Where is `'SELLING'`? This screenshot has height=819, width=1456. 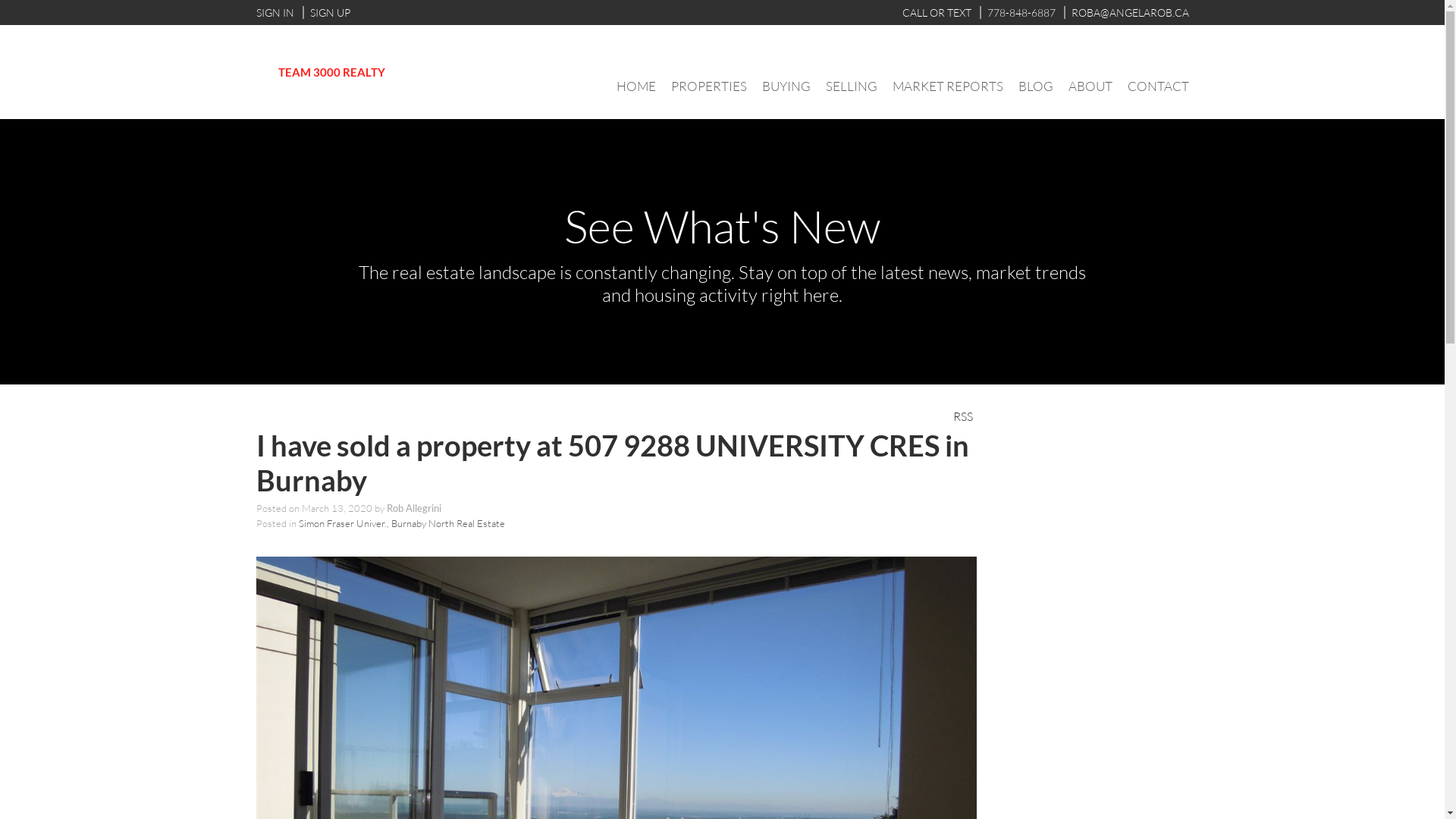 'SELLING' is located at coordinates (851, 86).